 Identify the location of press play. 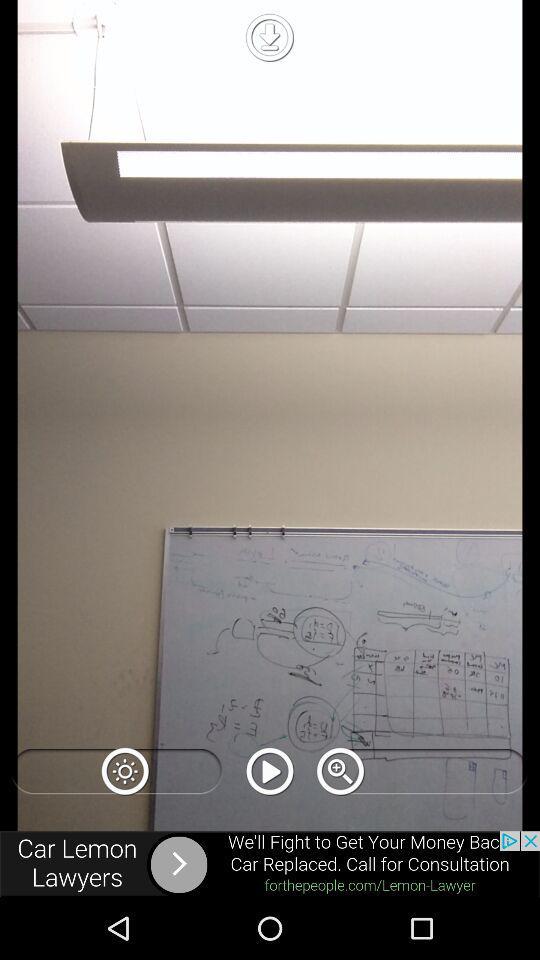
(270, 770).